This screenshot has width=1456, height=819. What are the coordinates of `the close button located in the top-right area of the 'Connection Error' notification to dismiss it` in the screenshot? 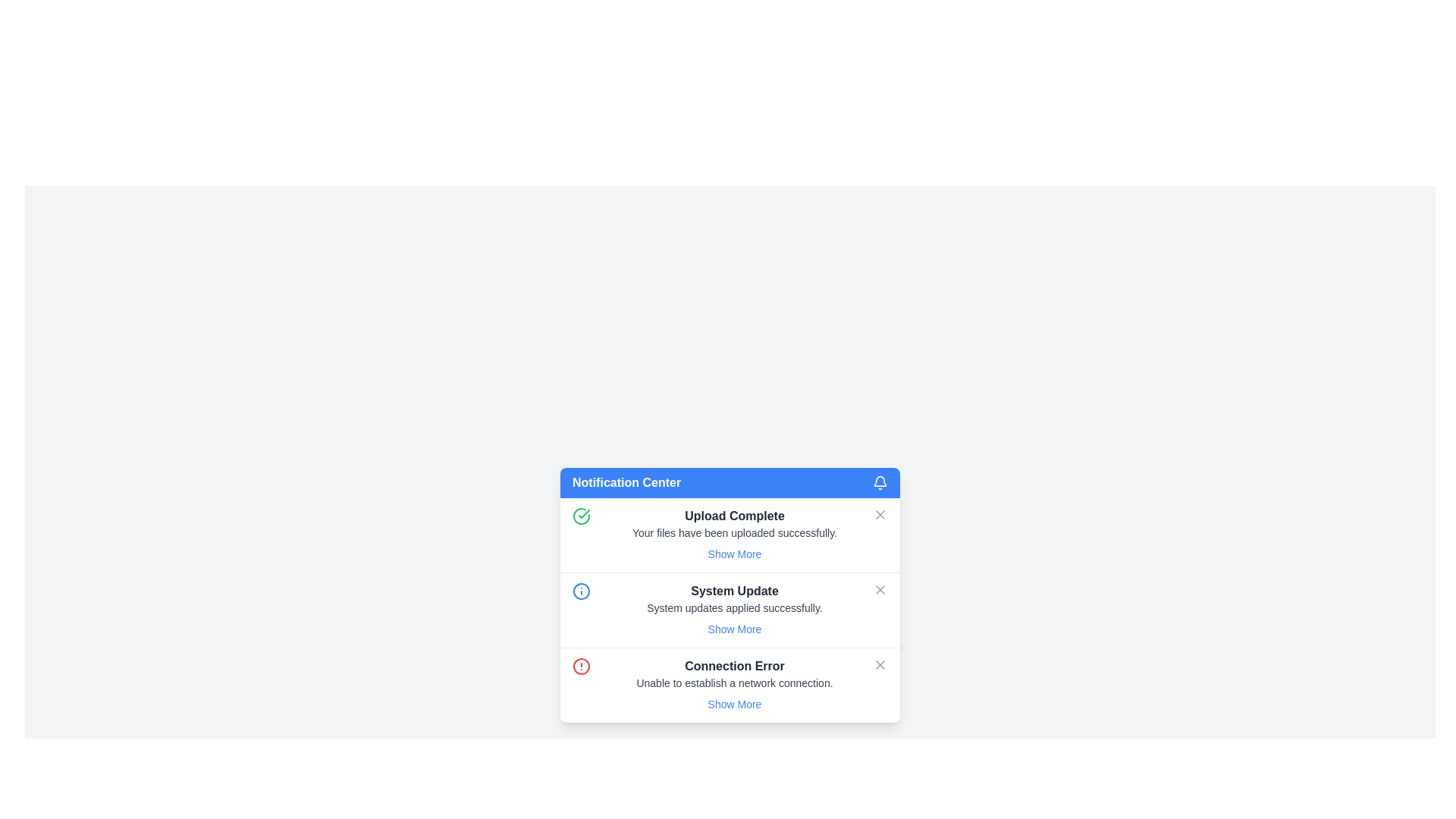 It's located at (880, 664).